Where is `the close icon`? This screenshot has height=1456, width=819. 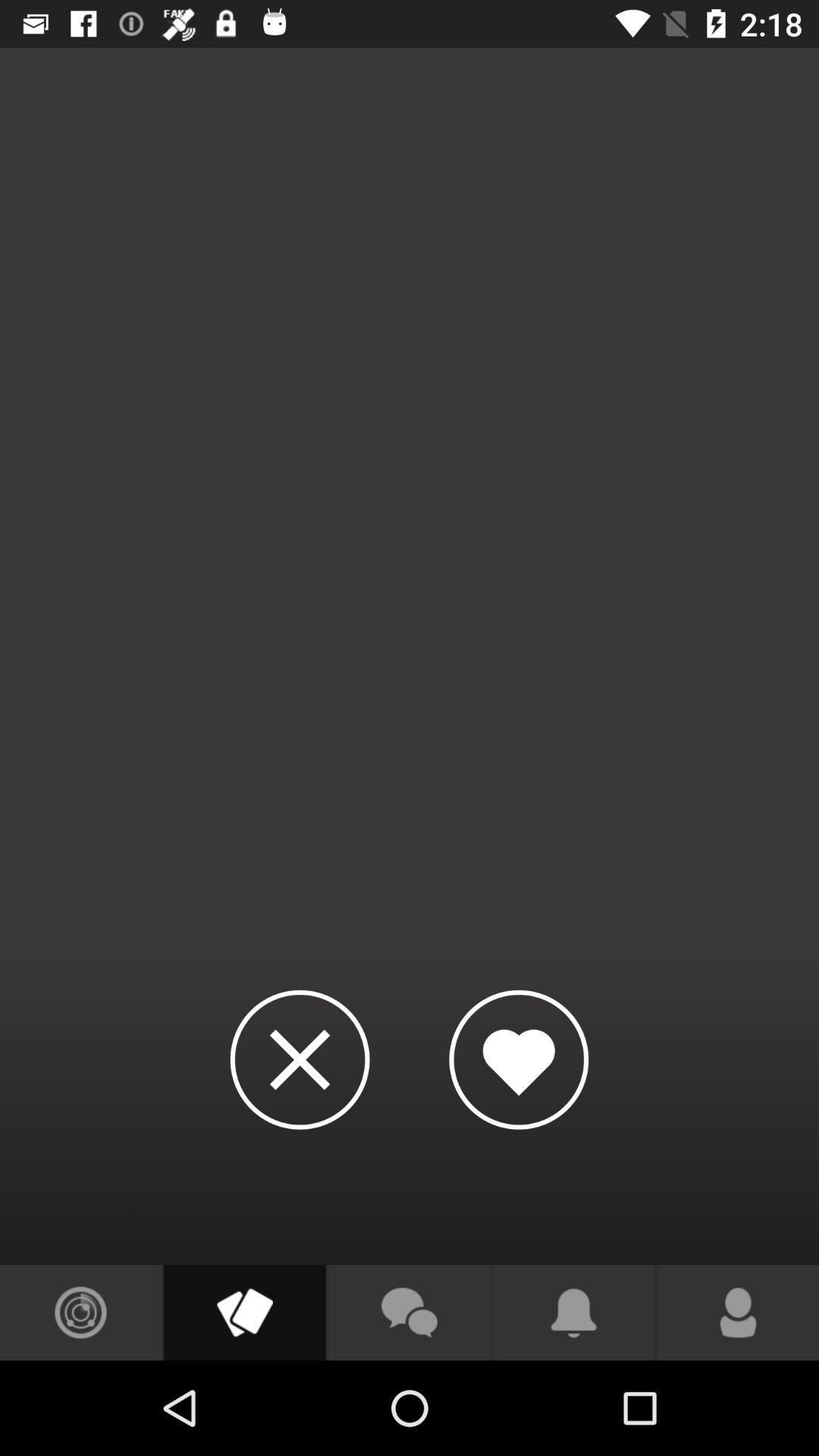 the close icon is located at coordinates (300, 1059).